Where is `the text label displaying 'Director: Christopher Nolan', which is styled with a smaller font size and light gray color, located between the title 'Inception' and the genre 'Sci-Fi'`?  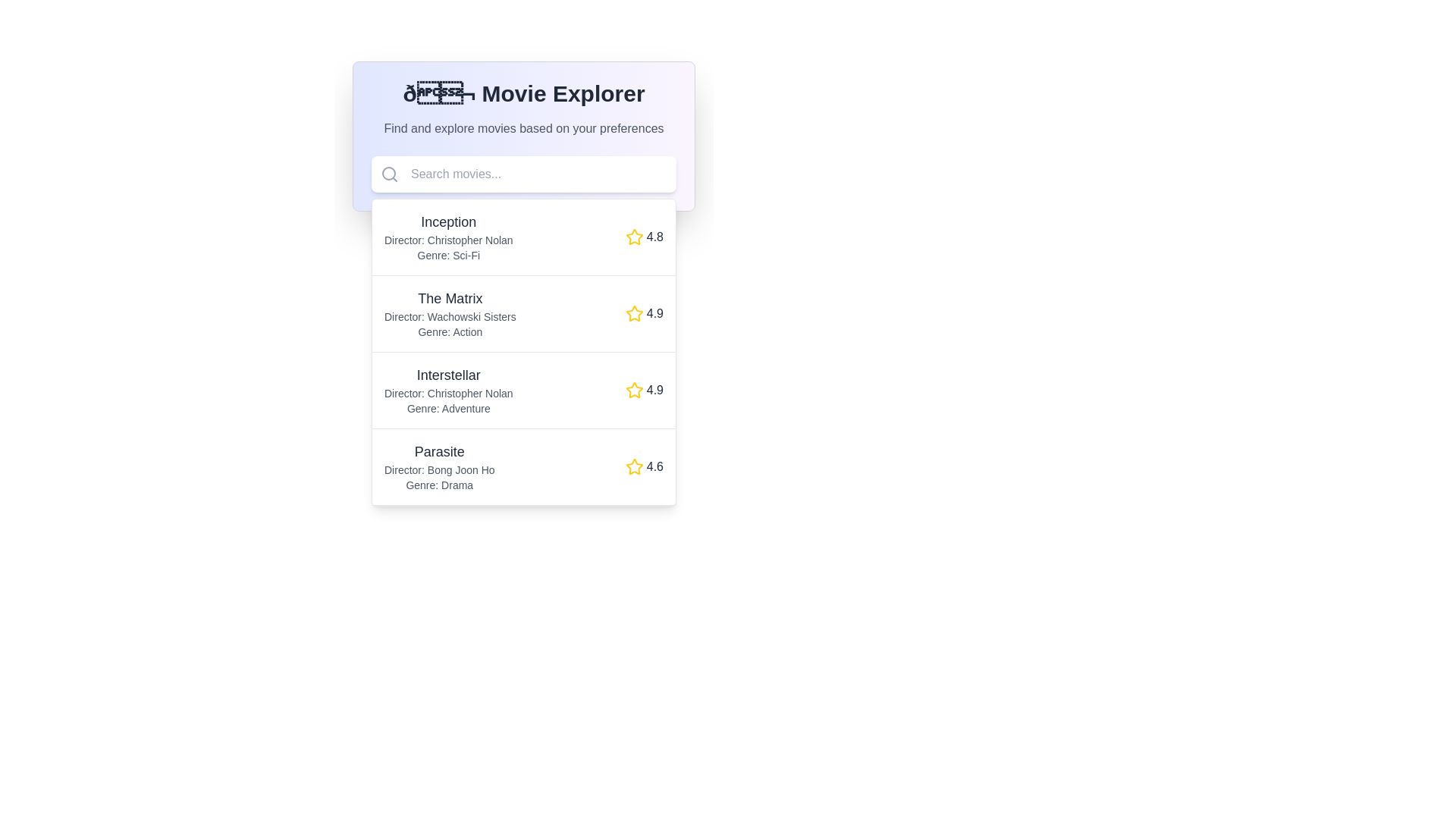 the text label displaying 'Director: Christopher Nolan', which is styled with a smaller font size and light gray color, located between the title 'Inception' and the genre 'Sci-Fi' is located at coordinates (447, 239).